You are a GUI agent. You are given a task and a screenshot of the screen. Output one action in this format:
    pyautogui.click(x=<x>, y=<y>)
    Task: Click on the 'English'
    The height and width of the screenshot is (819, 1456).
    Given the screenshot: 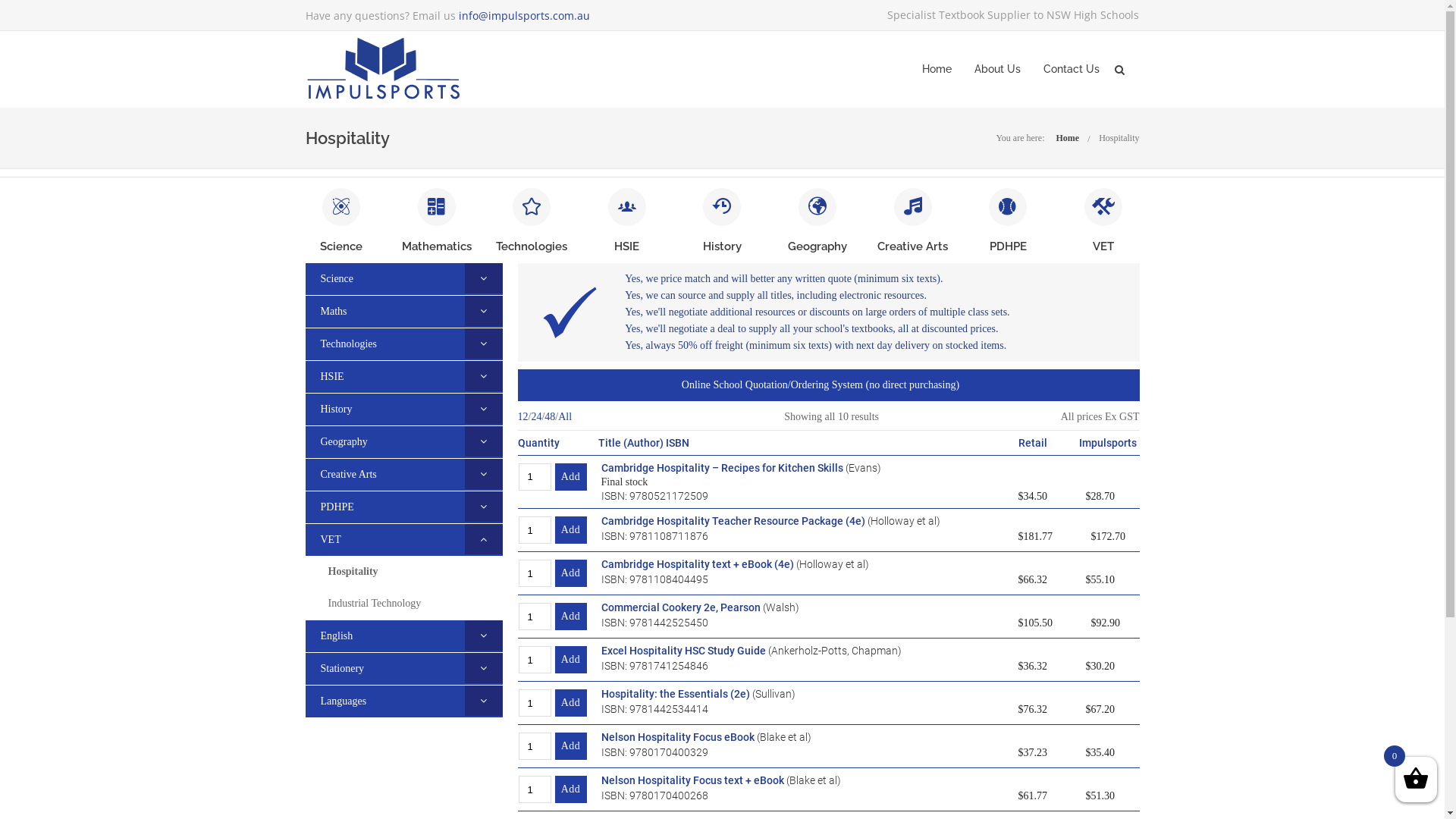 What is the action you would take?
    pyautogui.click(x=304, y=635)
    